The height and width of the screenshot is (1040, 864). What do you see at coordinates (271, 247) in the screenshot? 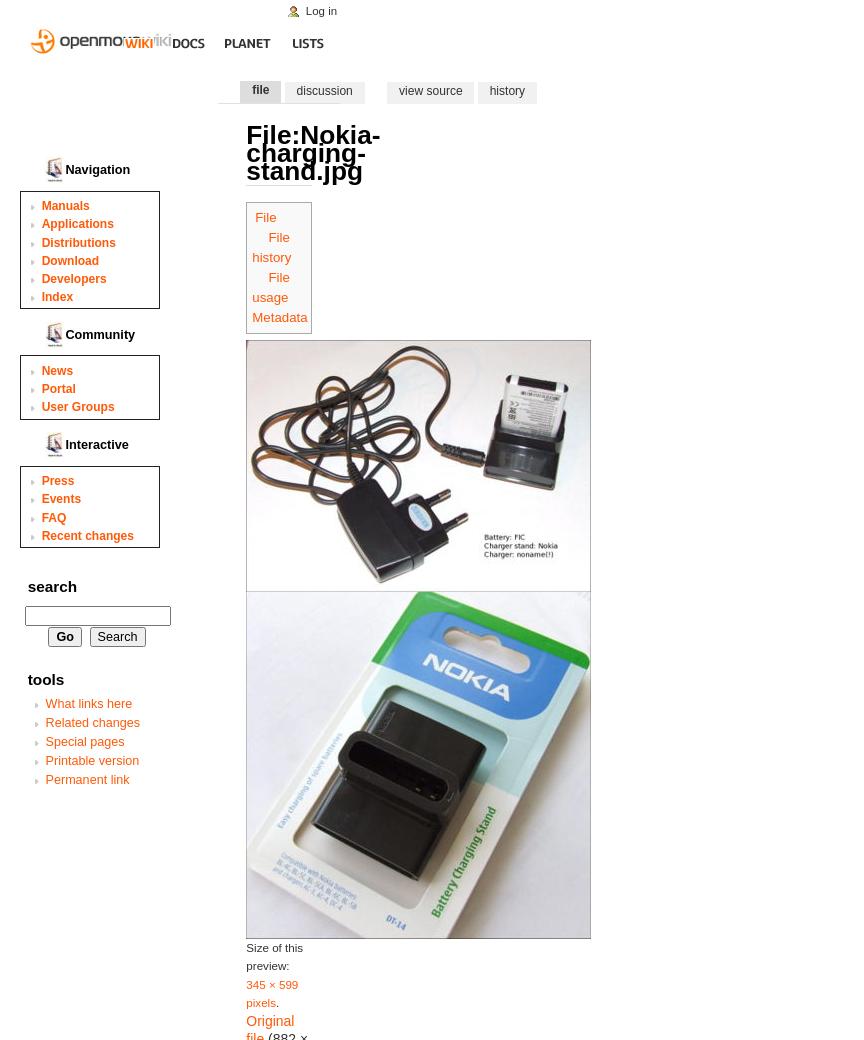
I see `'File history'` at bounding box center [271, 247].